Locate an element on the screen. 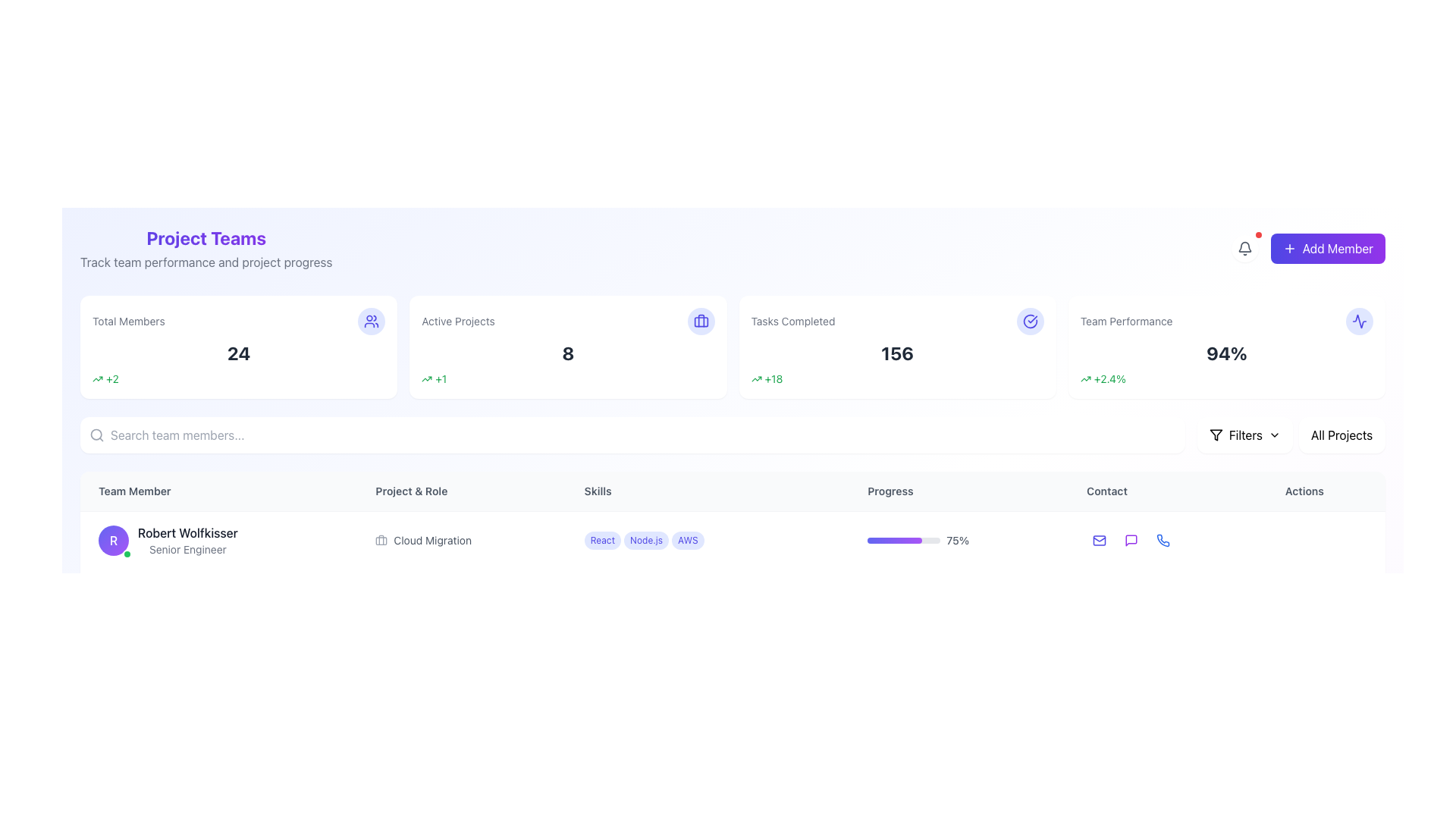 This screenshot has width=1456, height=819. the email icon located in the 'Contact' column of the first row of the team members table to initiate an email communication is located at coordinates (1100, 540).